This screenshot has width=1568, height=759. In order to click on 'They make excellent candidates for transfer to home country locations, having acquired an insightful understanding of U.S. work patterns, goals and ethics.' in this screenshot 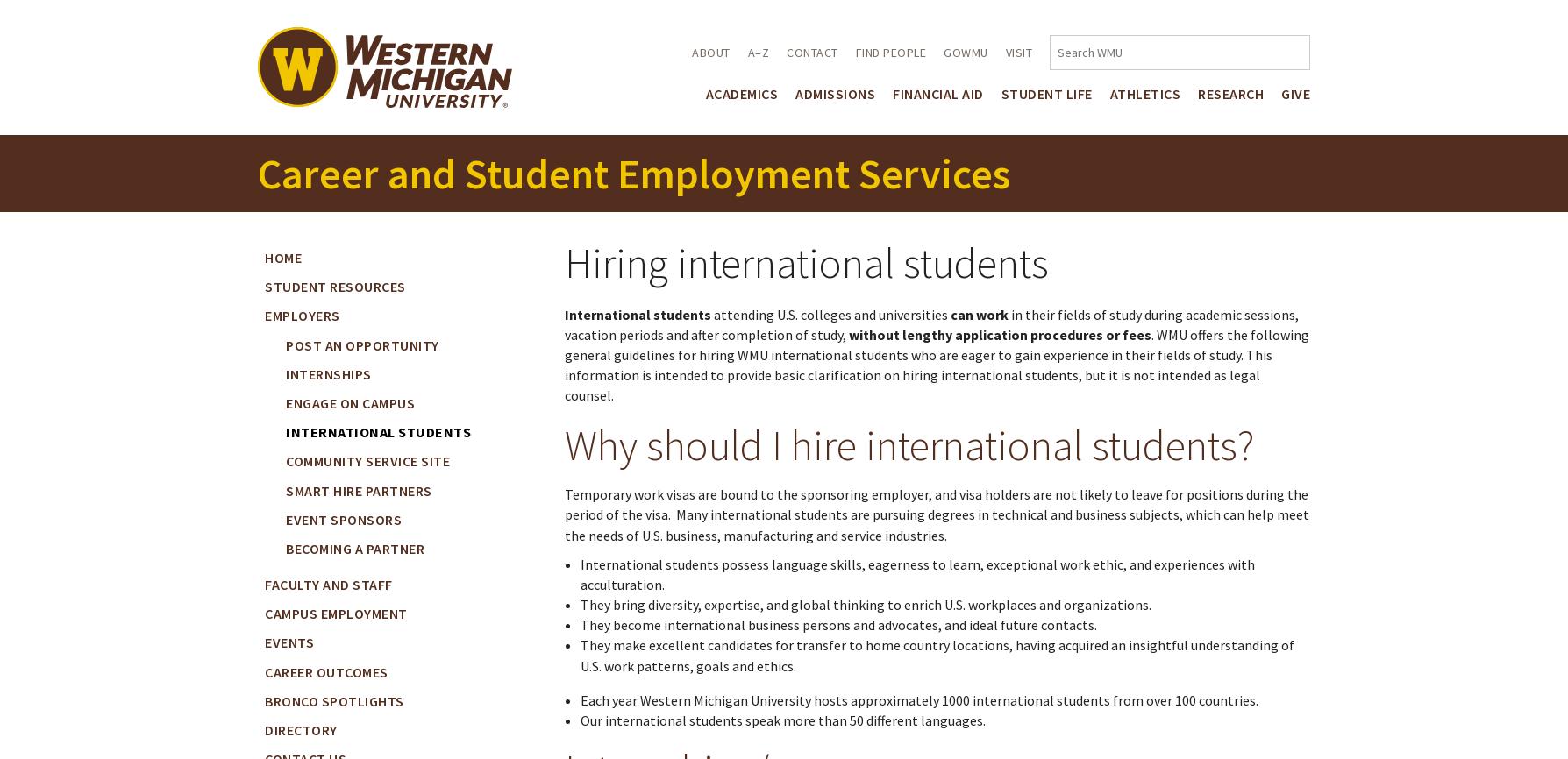, I will do `click(936, 654)`.